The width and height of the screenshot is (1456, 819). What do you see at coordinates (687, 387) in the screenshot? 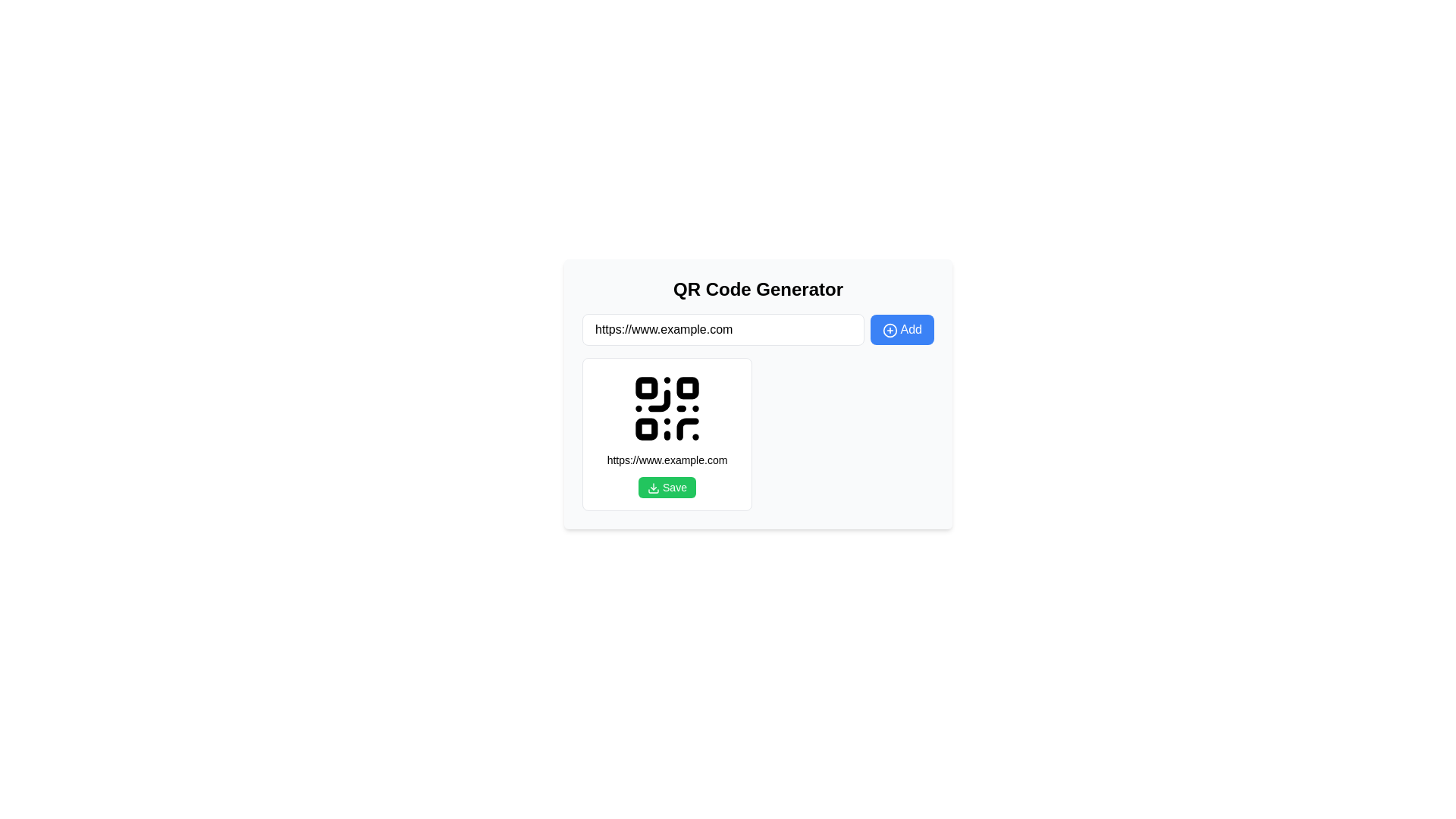
I see `the small square with rounded corners located near the upper right of the QR code, specifically the second square in the first row of three internal blocks` at bounding box center [687, 387].